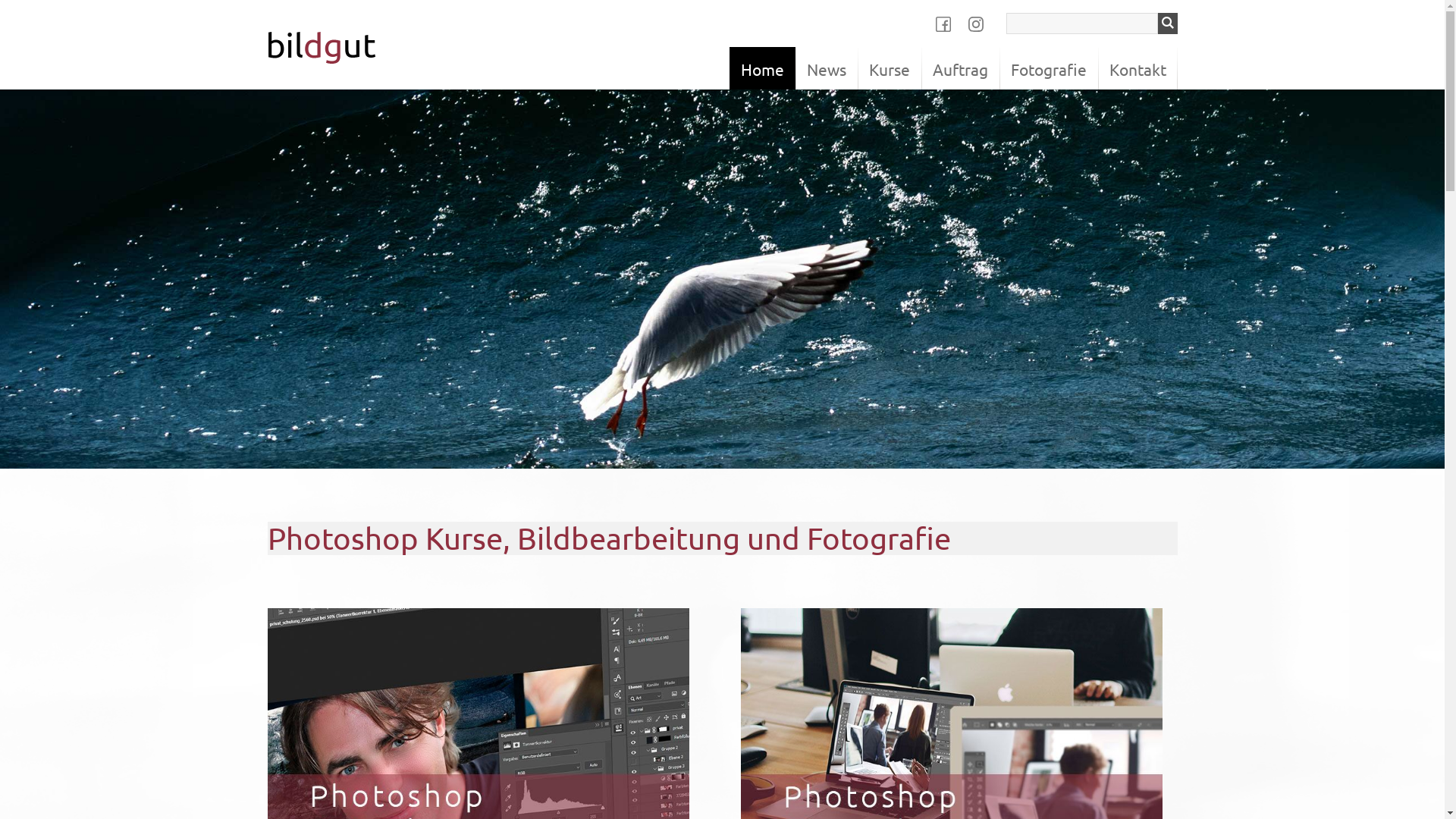  I want to click on 'News', so click(825, 67).